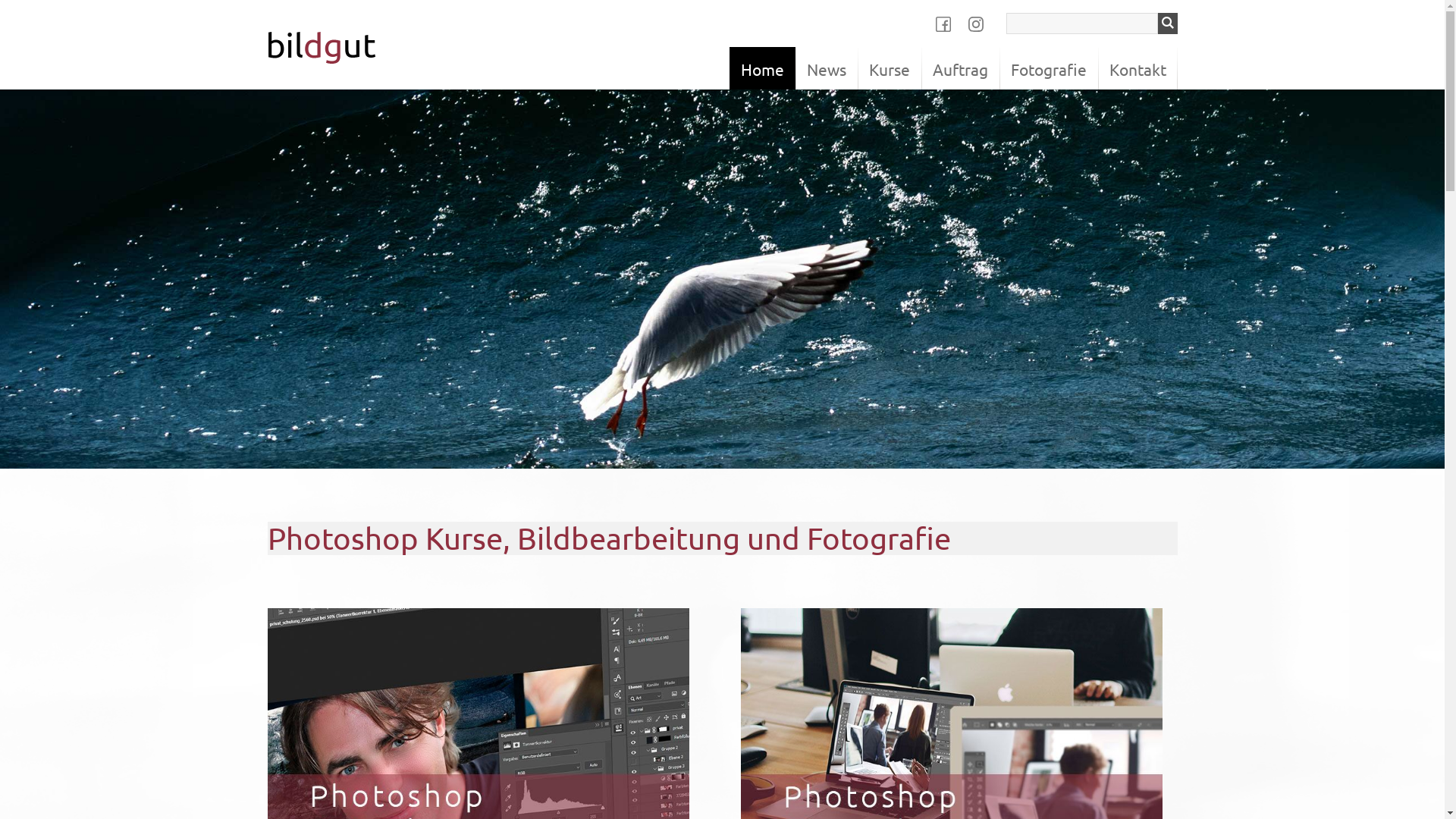  I want to click on 'News', so click(825, 67).